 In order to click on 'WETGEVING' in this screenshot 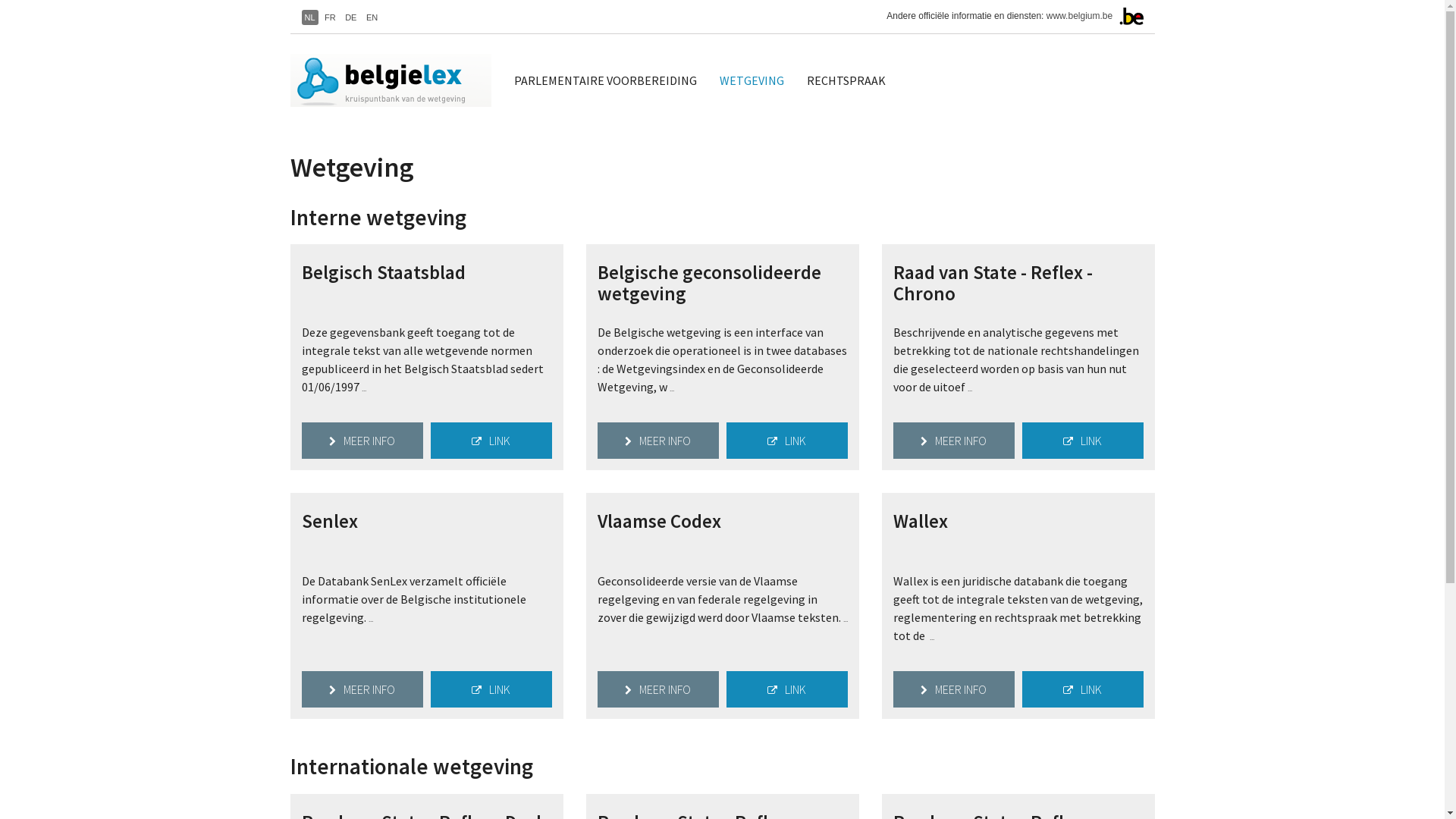, I will do `click(752, 80)`.